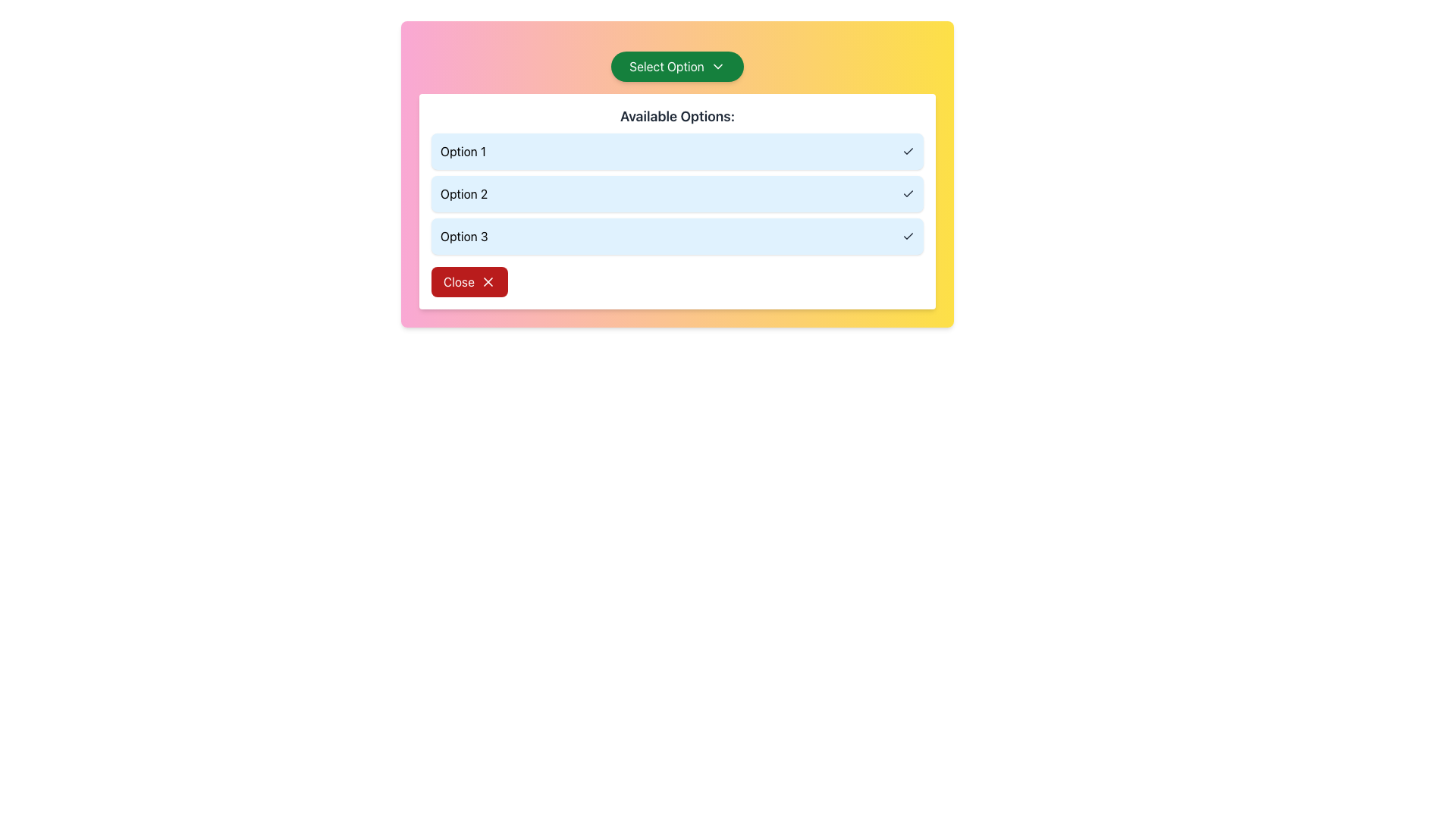 This screenshot has height=819, width=1456. What do you see at coordinates (488, 281) in the screenshot?
I see `the 'X' shaped icon within the red 'Close' button located at the bottom left of the modal dialog box` at bounding box center [488, 281].